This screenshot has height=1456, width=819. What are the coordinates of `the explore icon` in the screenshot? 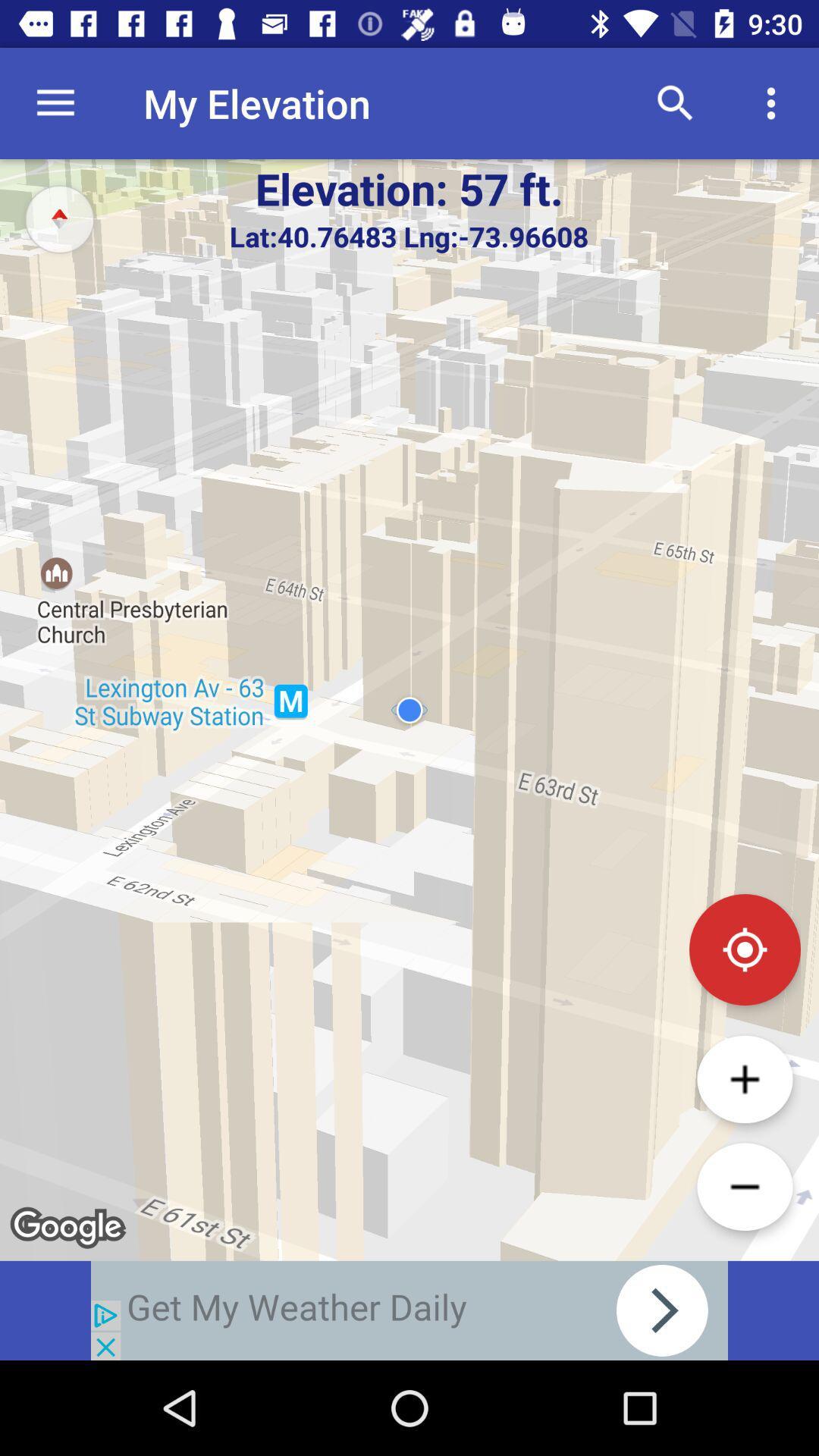 It's located at (58, 218).